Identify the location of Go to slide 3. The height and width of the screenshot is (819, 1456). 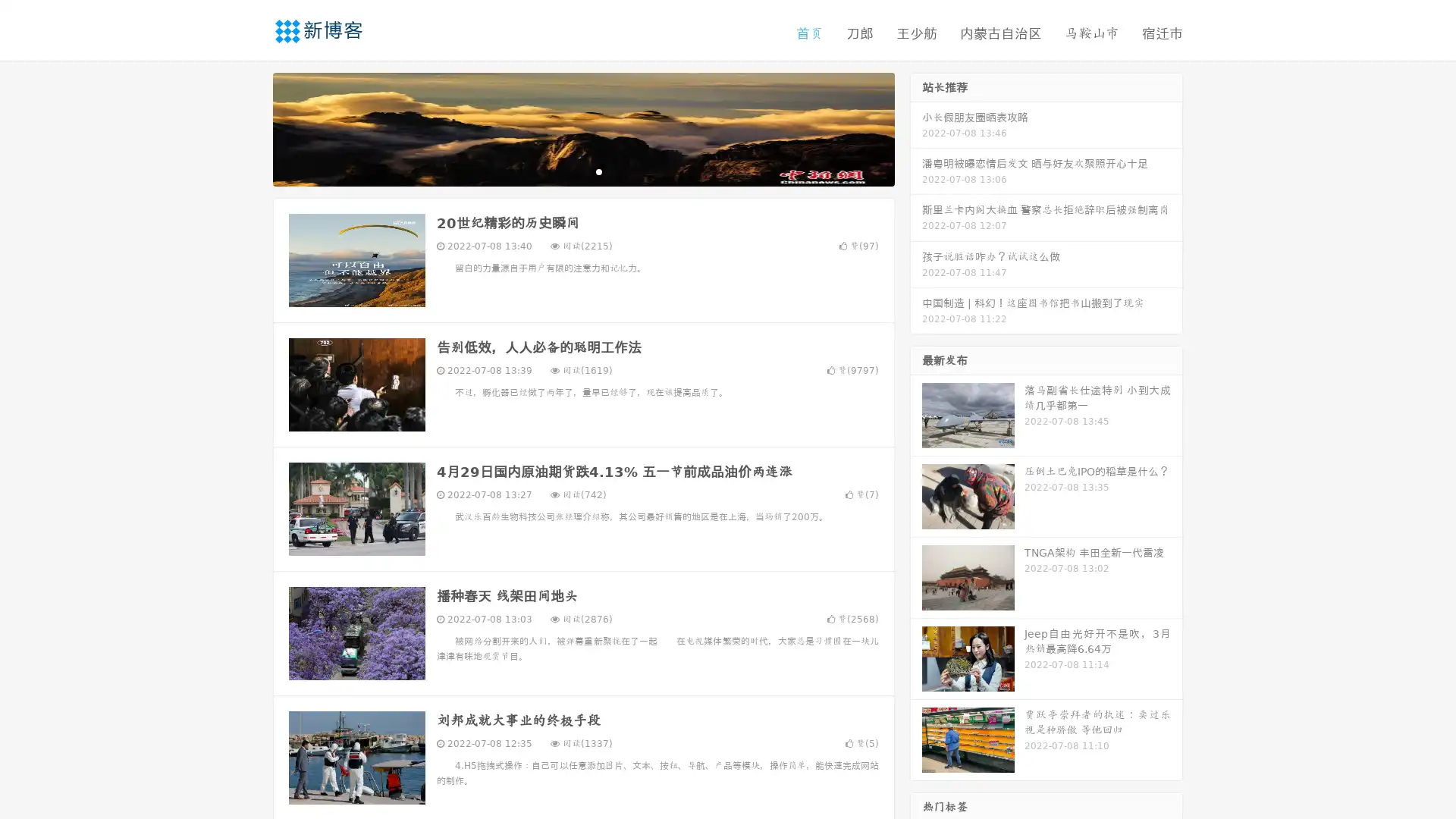
(598, 171).